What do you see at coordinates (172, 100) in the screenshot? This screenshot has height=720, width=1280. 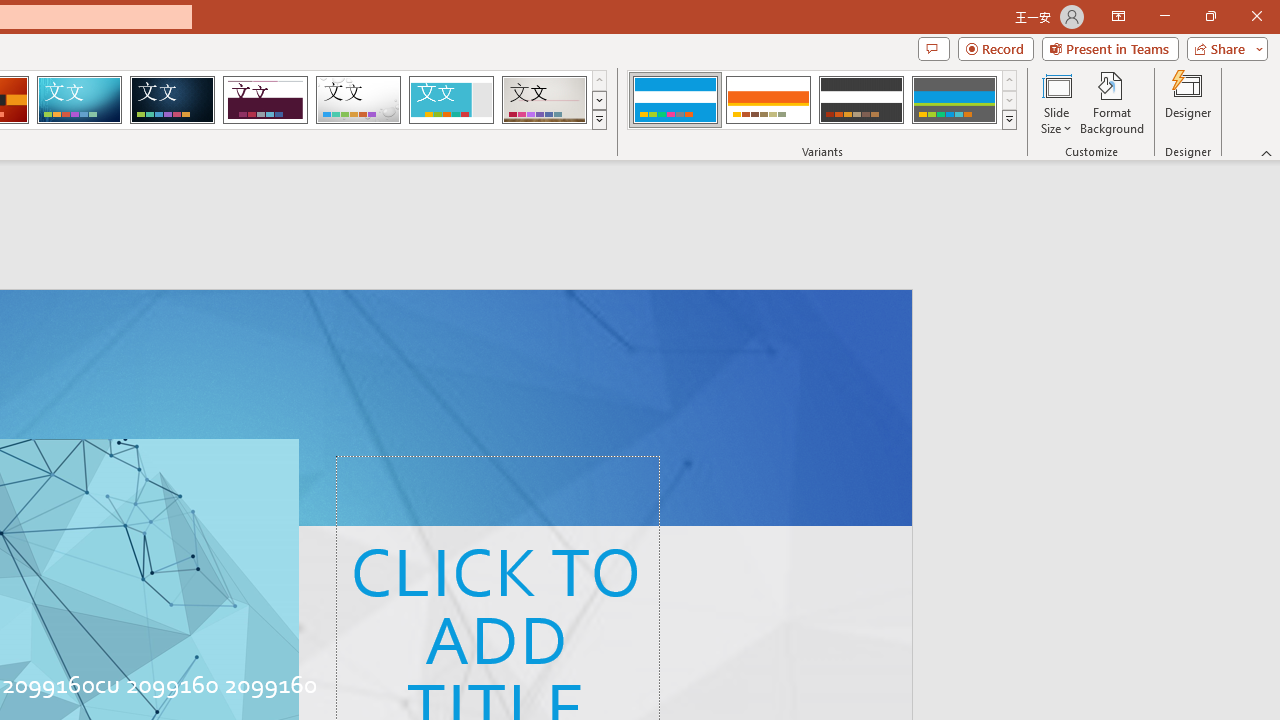 I see `'Damask'` at bounding box center [172, 100].